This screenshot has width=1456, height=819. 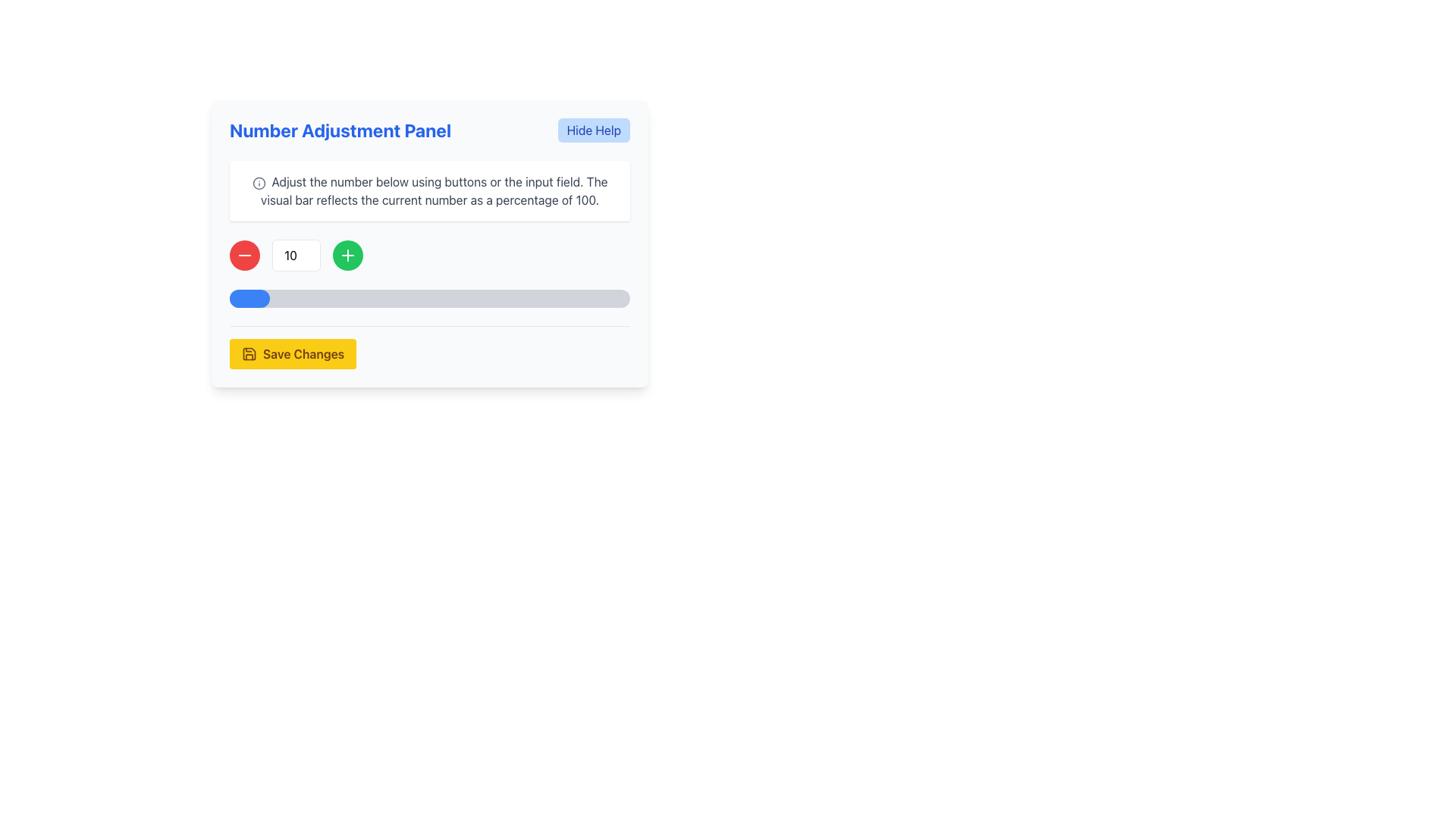 I want to click on the help toggle button located in the top-right corner of the 'Number Adjustment Panel' to toggle the visibility of the help section, so click(x=593, y=130).